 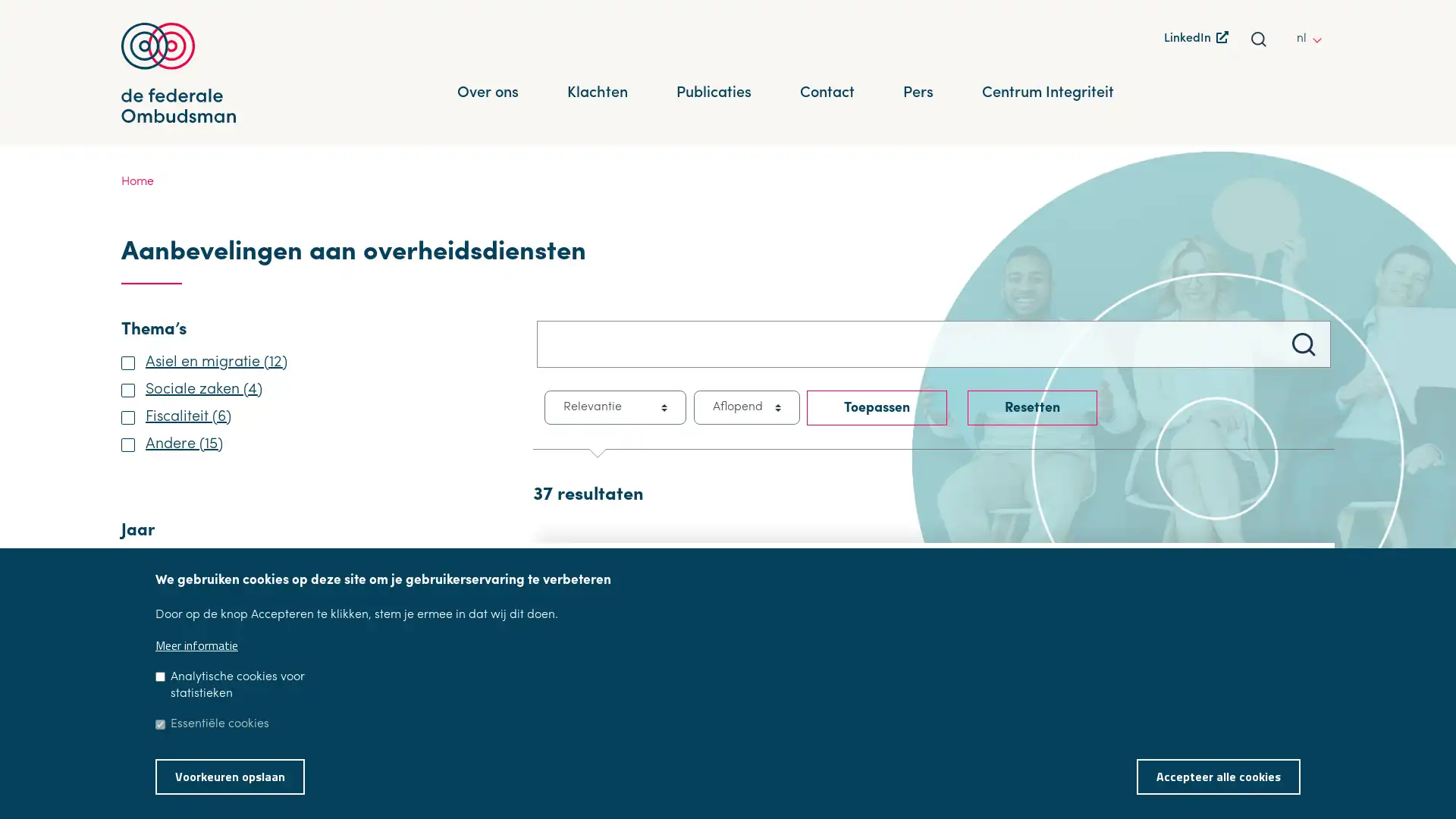 What do you see at coordinates (196, 645) in the screenshot?
I see `Meer informatie` at bounding box center [196, 645].